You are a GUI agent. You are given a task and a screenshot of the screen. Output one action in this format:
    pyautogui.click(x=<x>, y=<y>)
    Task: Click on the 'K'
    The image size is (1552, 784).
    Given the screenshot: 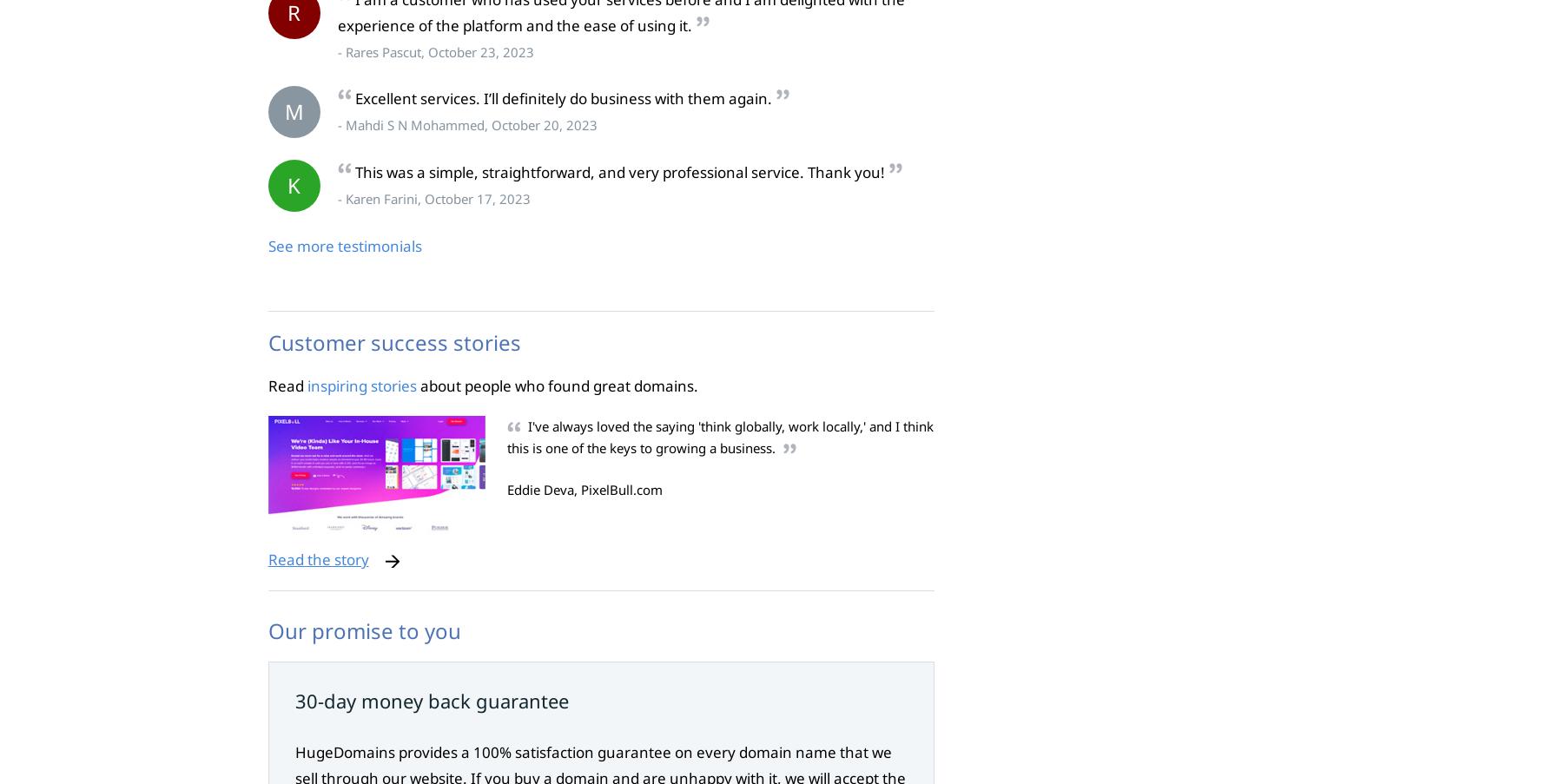 What is the action you would take?
    pyautogui.click(x=293, y=185)
    